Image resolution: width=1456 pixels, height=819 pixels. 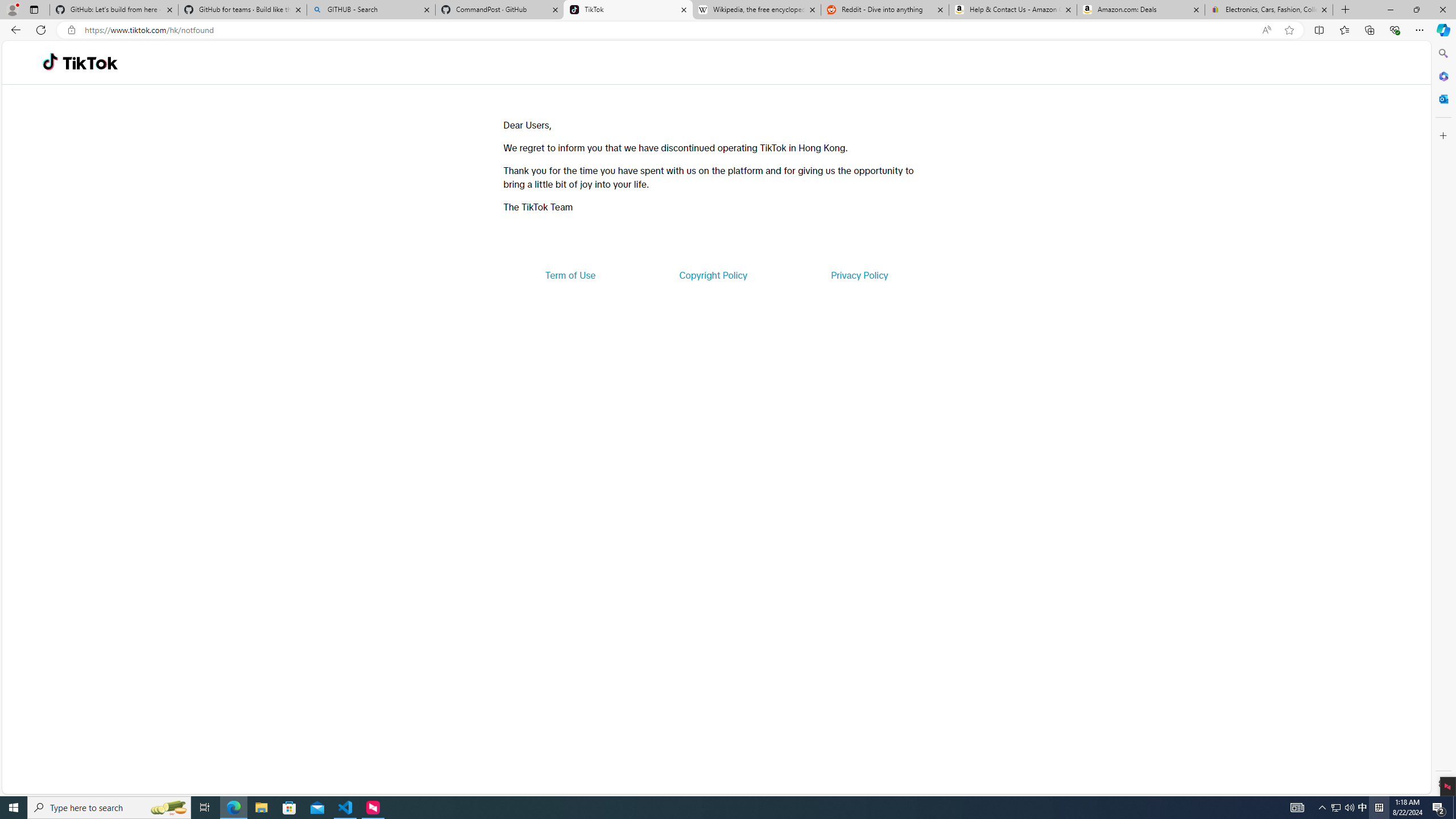 What do you see at coordinates (858, 274) in the screenshot?
I see `'Privacy Policy'` at bounding box center [858, 274].